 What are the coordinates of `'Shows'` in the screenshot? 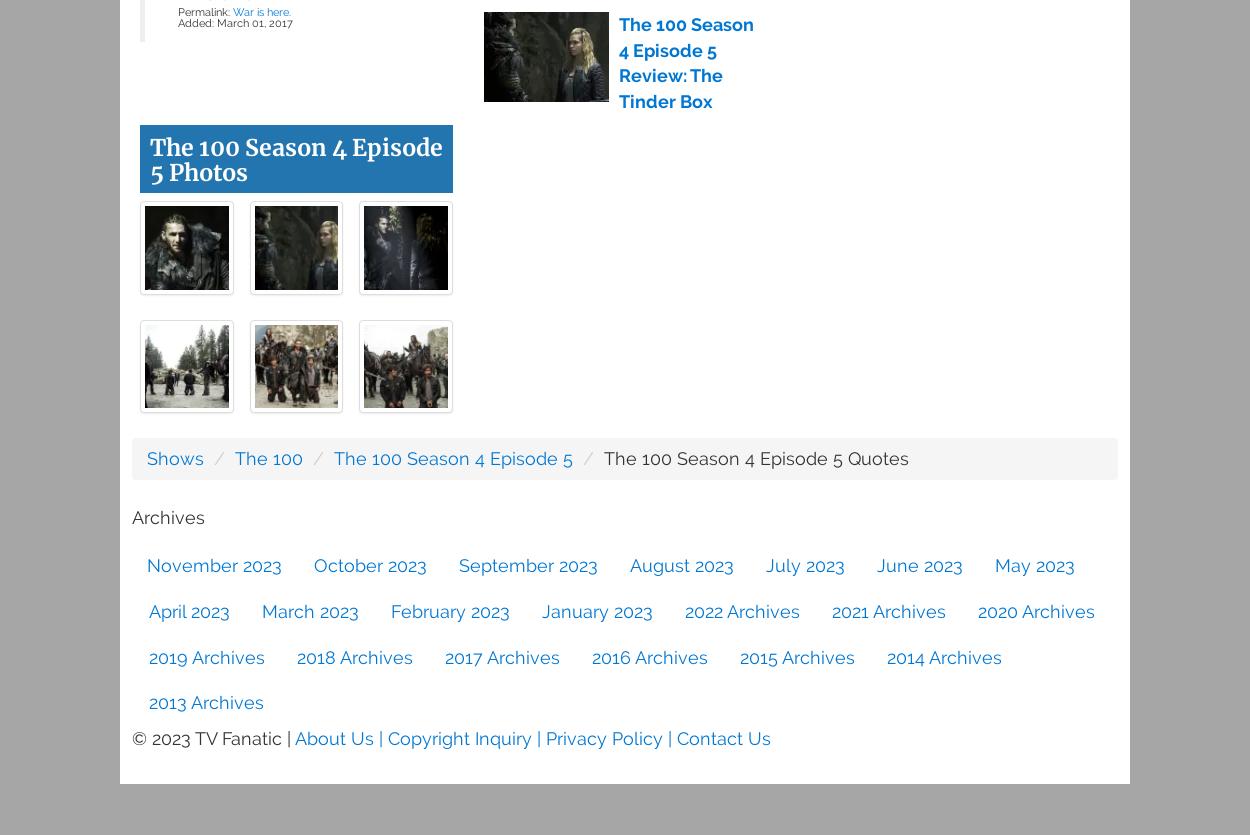 It's located at (175, 457).